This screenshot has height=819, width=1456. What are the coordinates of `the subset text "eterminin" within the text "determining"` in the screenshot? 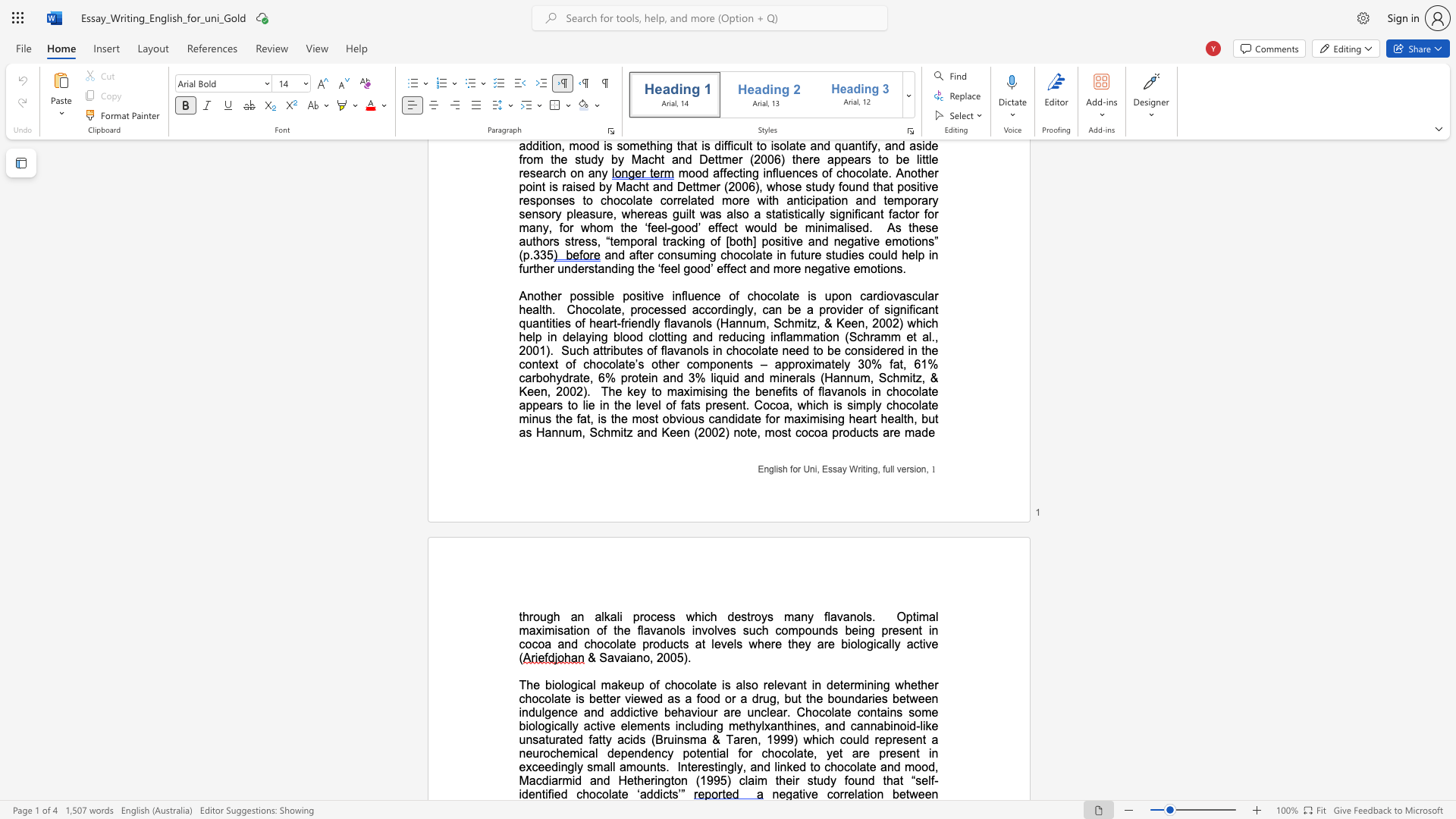 It's located at (833, 685).